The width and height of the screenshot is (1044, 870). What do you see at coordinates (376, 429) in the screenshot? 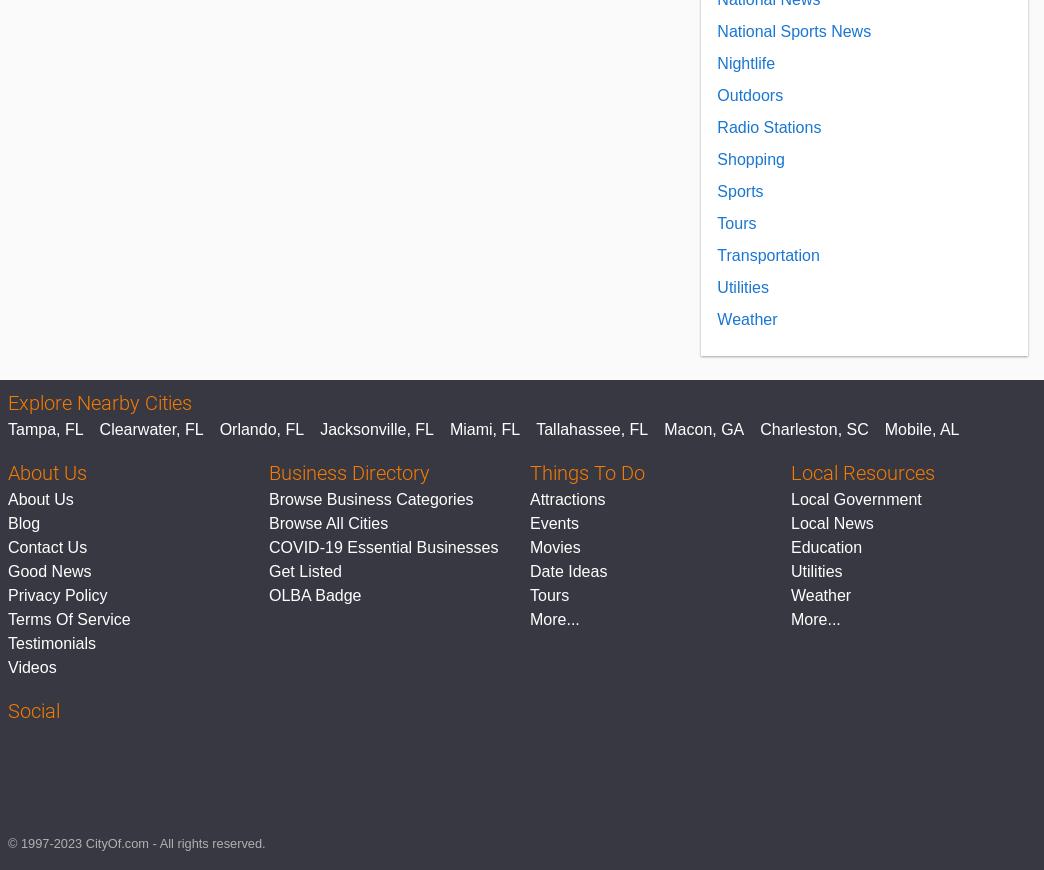
I see `'Jacksonville, FL'` at bounding box center [376, 429].